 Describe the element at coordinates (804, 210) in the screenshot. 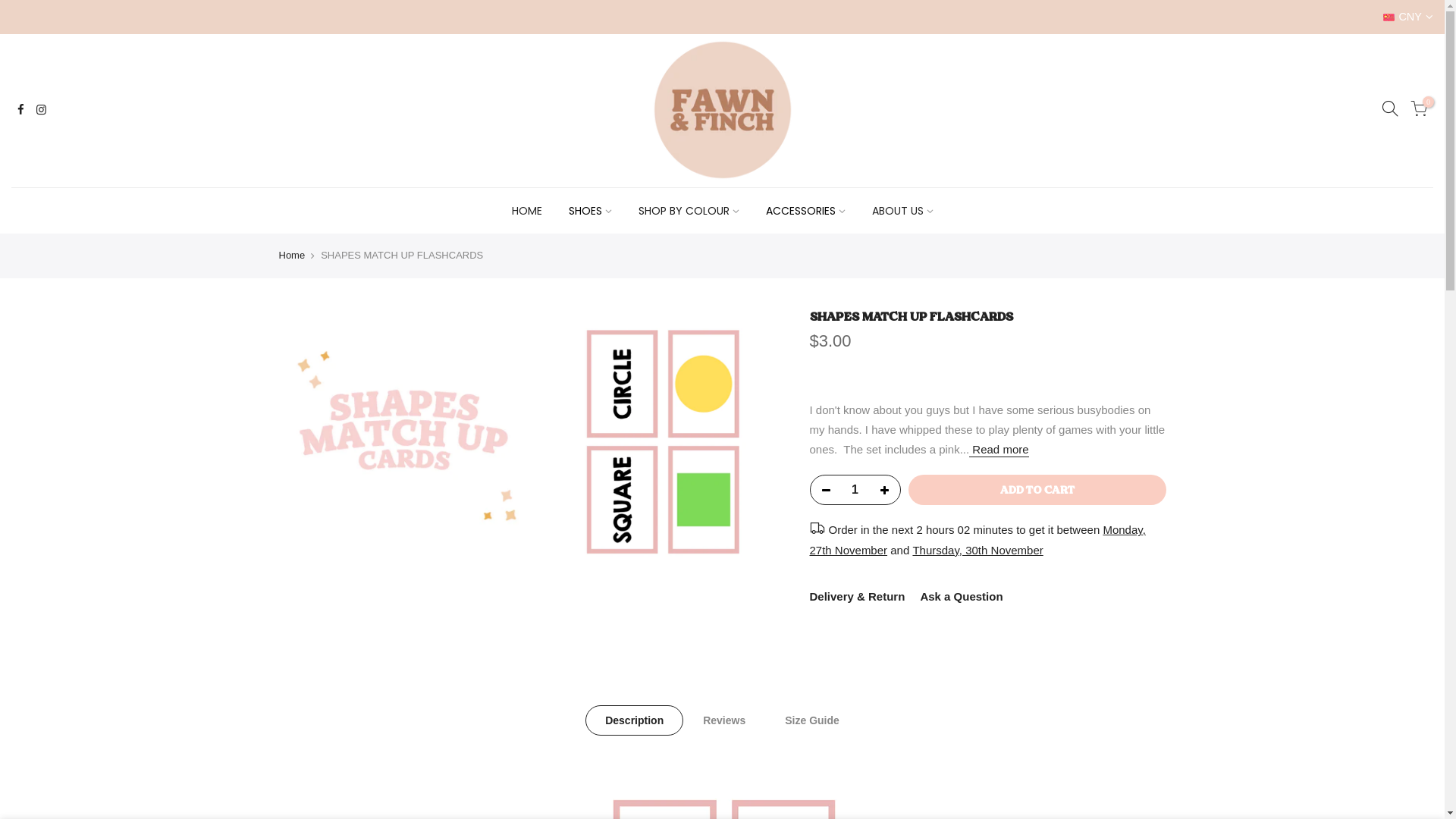

I see `'ACCESSORIES'` at that location.